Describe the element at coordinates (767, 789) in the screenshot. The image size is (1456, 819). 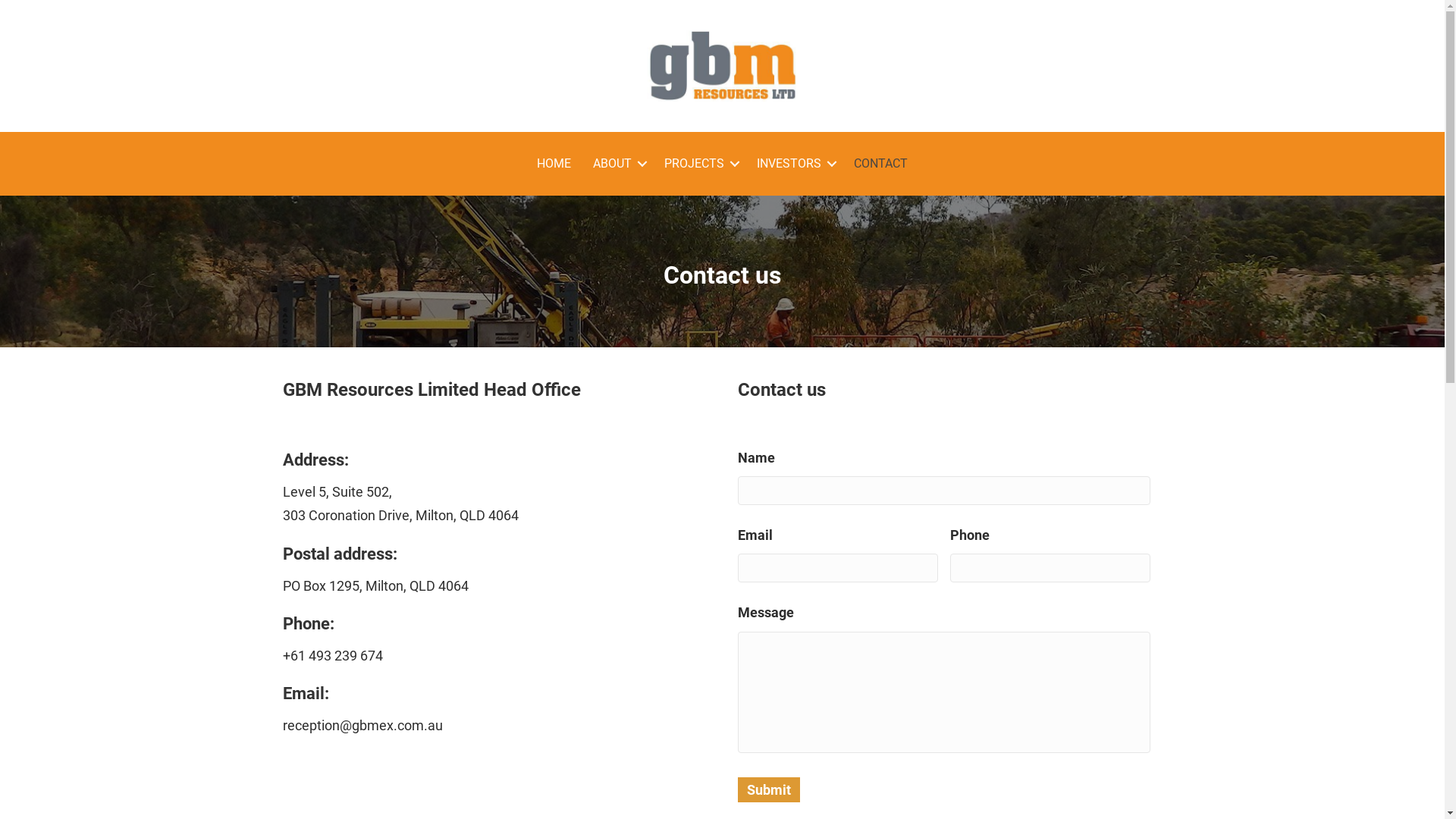
I see `'Submit'` at that location.